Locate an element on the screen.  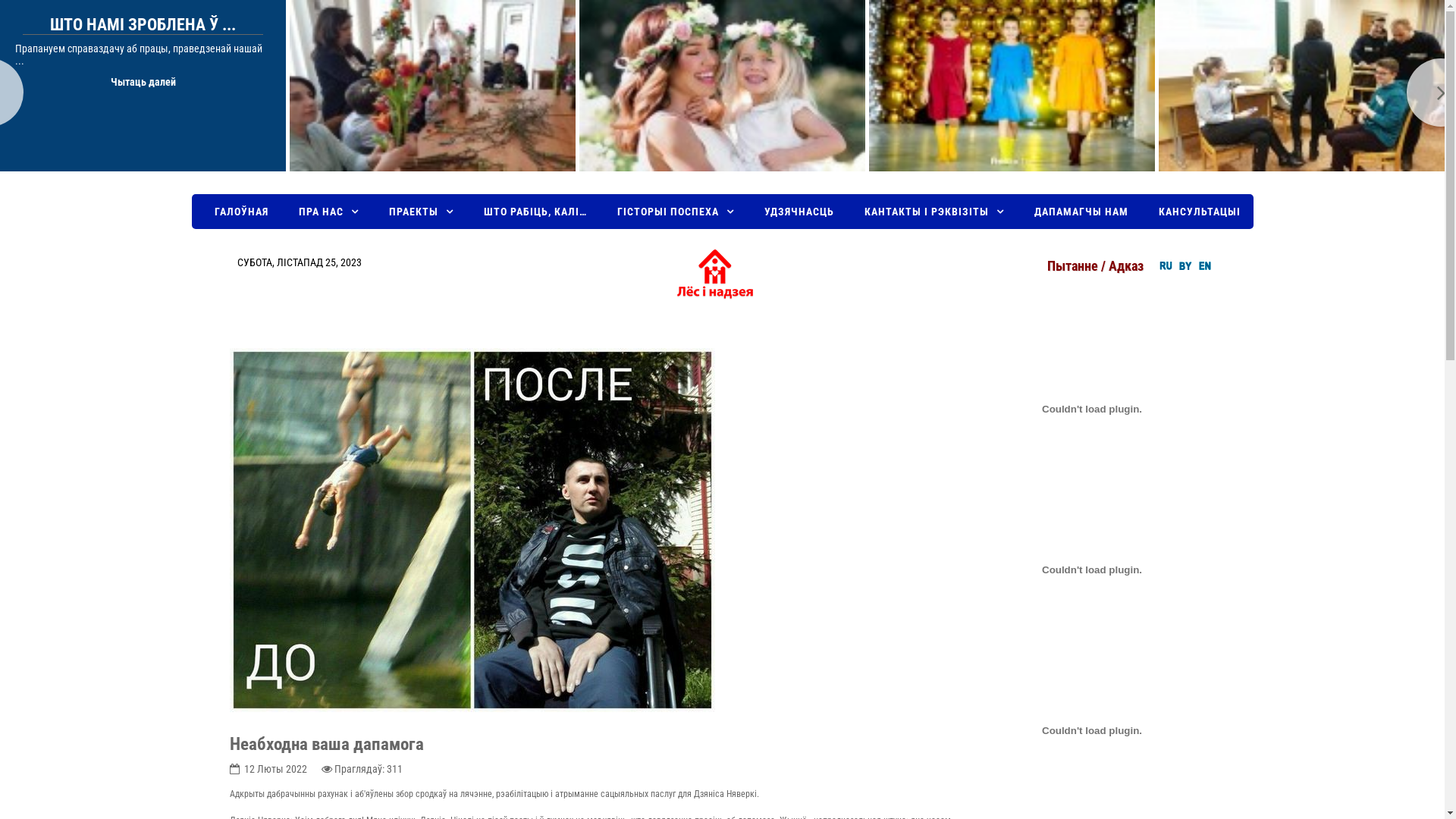
'Russian (Russia)' is located at coordinates (1157, 265).